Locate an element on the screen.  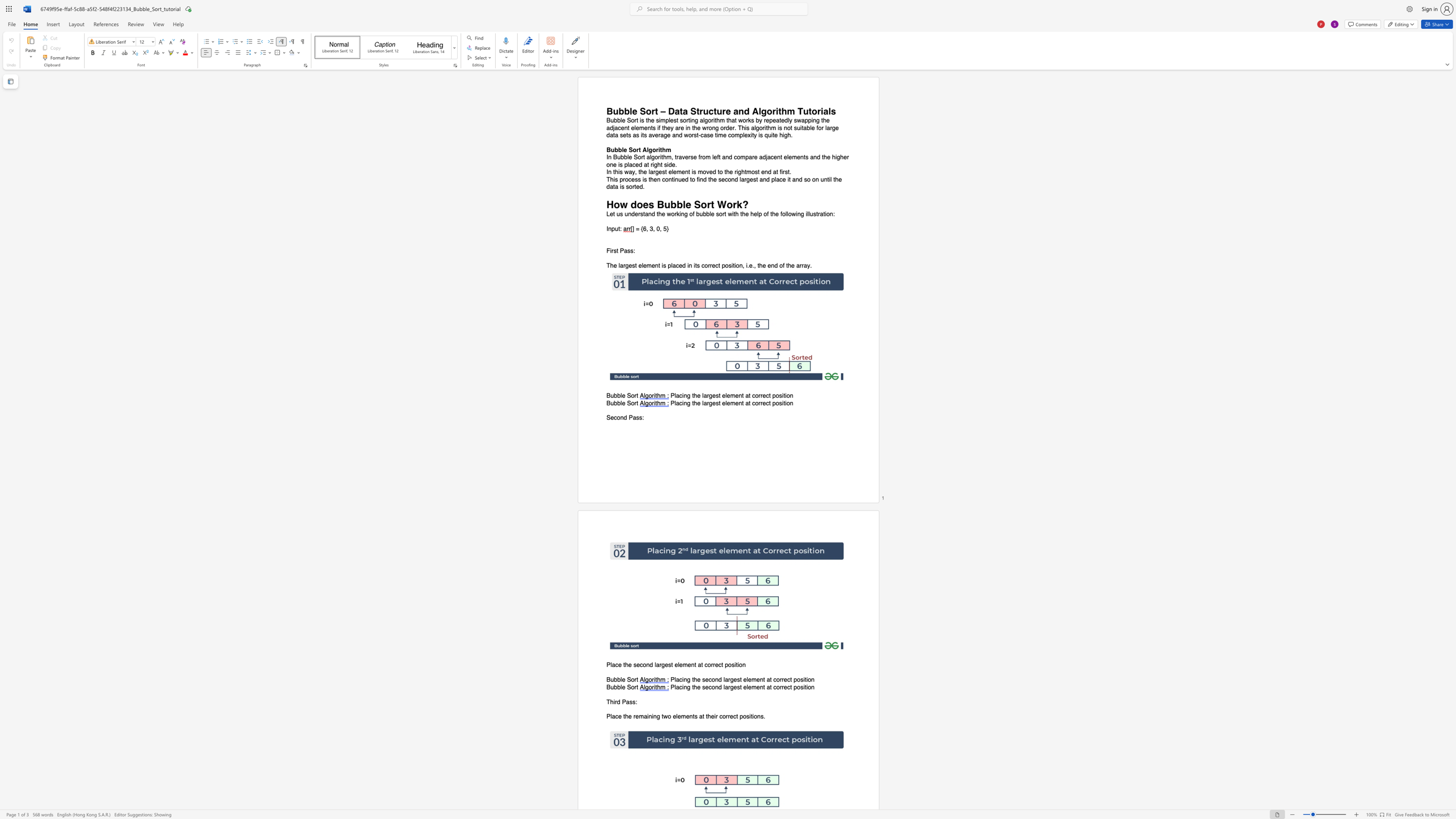
the 1th character "e" in the text is located at coordinates (612, 417).